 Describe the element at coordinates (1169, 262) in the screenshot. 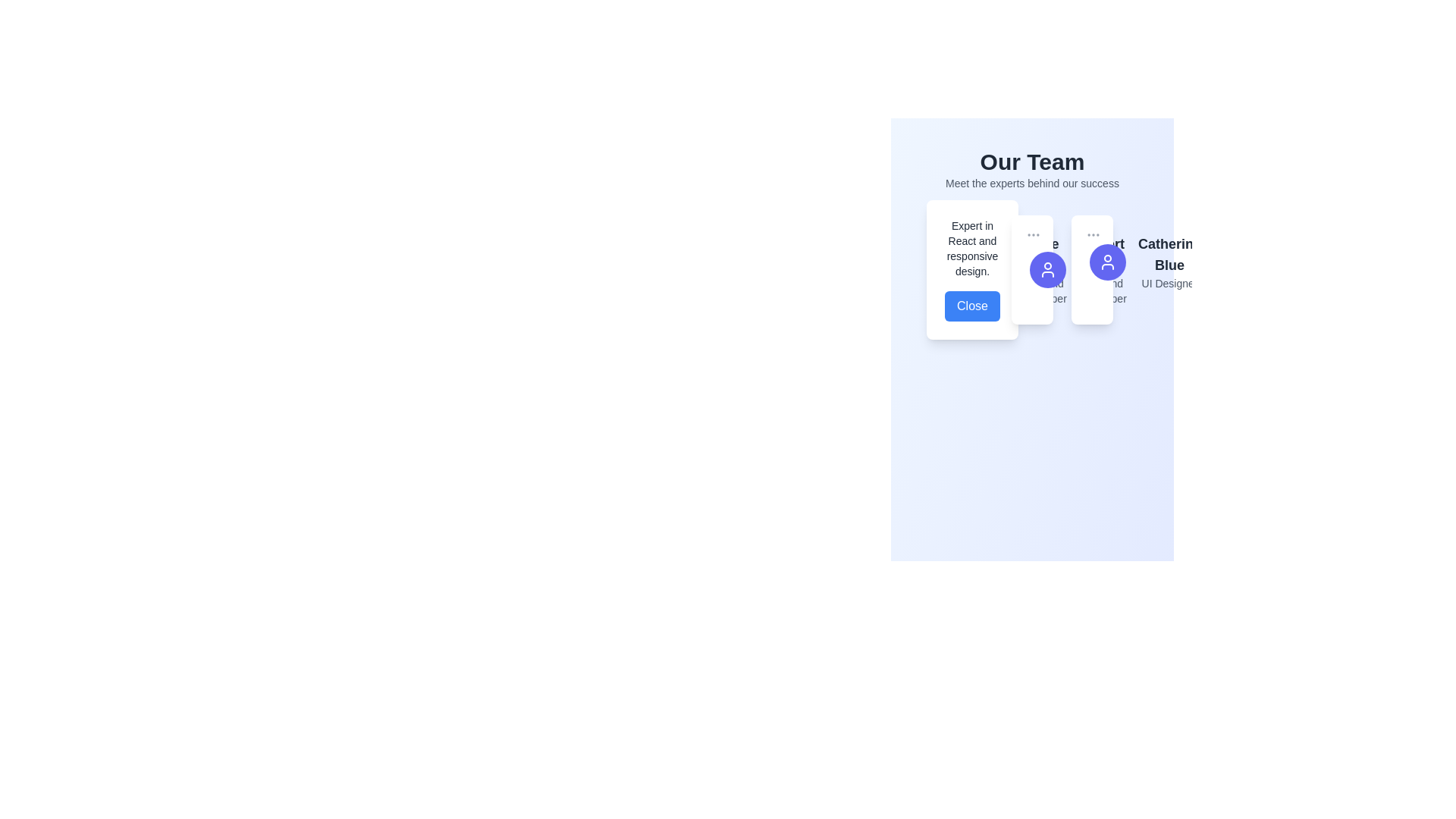

I see `text label introducing 'Catherine Blue' as a UI Designer, located in the upper-right quadrant of the card-like structure in the 'Meet the experts behind our success' section, positioned to the right of a blue-colored circular icon` at that location.